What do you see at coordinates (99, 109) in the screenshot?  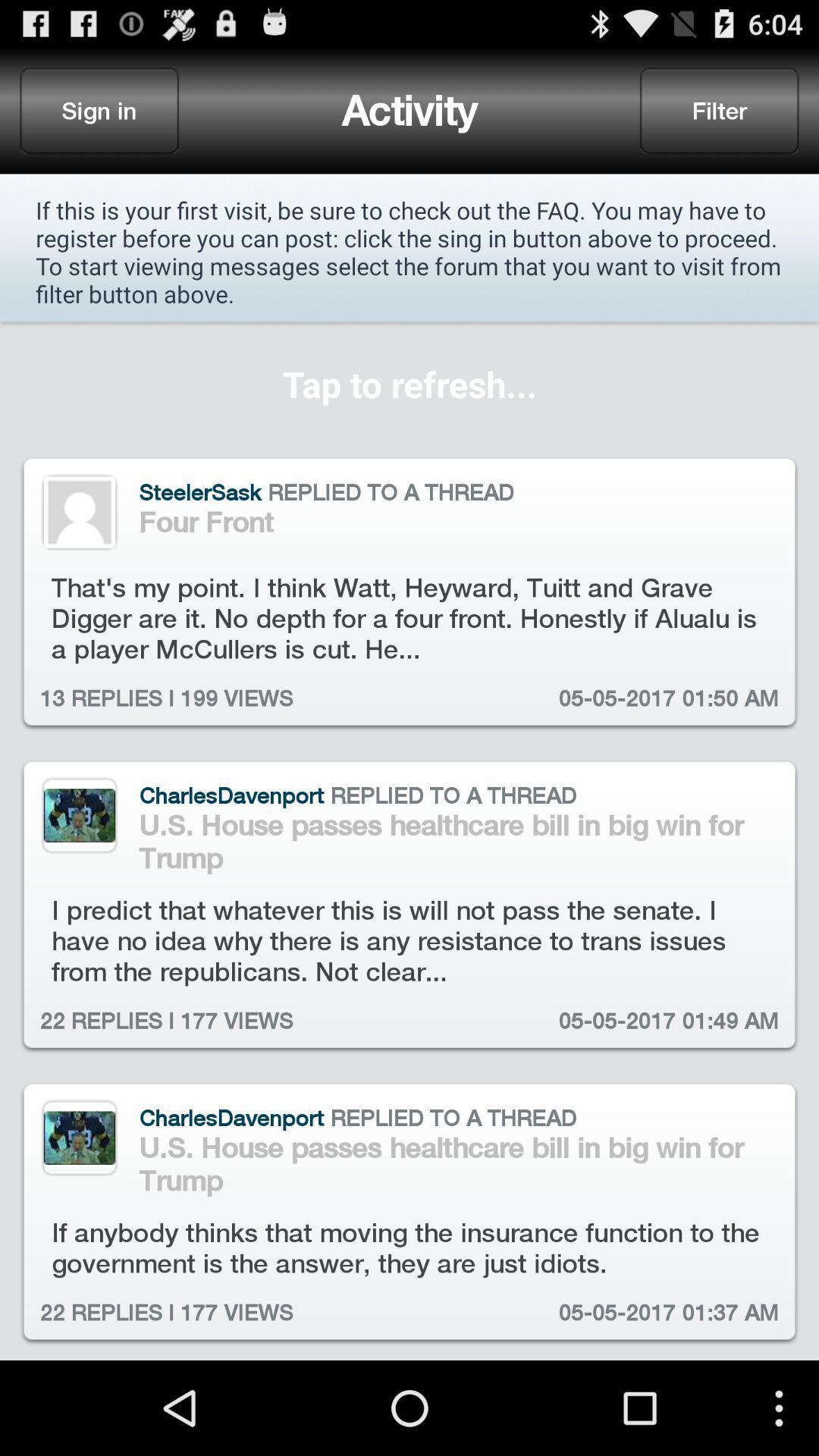 I see `sign in` at bounding box center [99, 109].